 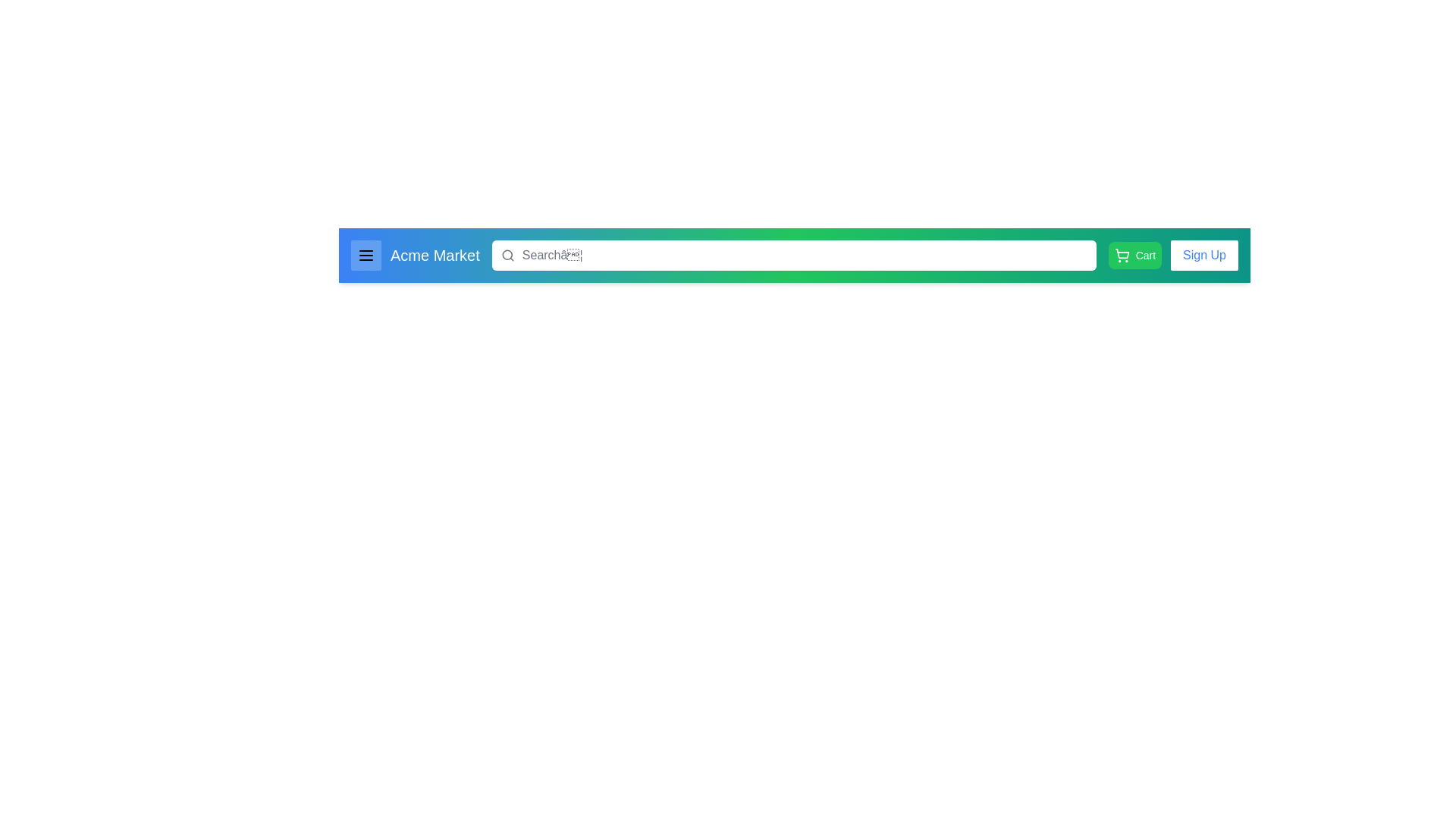 What do you see at coordinates (1203, 254) in the screenshot?
I see `the 'Sign Up' button to initiate the registration process` at bounding box center [1203, 254].